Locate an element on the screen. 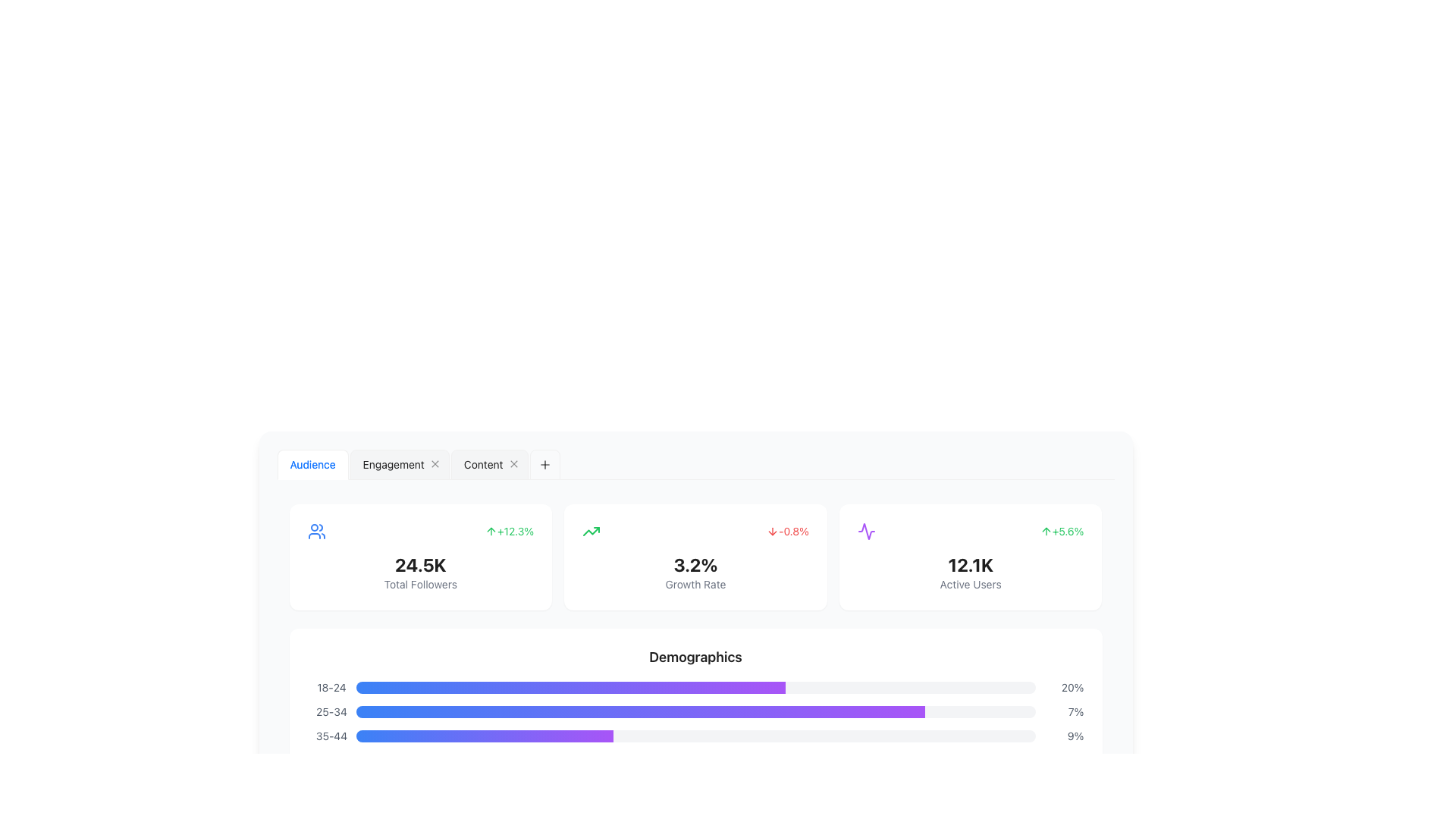  the 'close' icon represented by an 'X' symbol located on the far right side of the 'Content' section tab header is located at coordinates (434, 463).